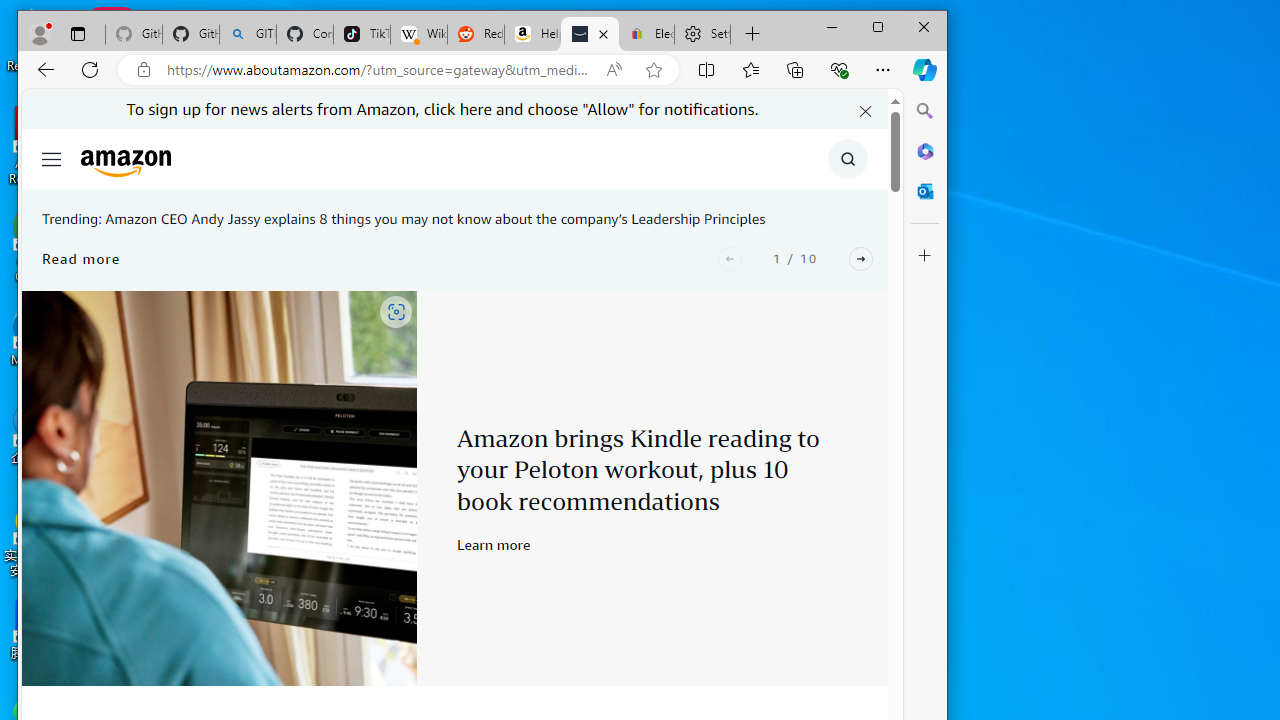 This screenshot has width=1280, height=720. What do you see at coordinates (475, 34) in the screenshot?
I see `'Reddit - Dive into anything'` at bounding box center [475, 34].